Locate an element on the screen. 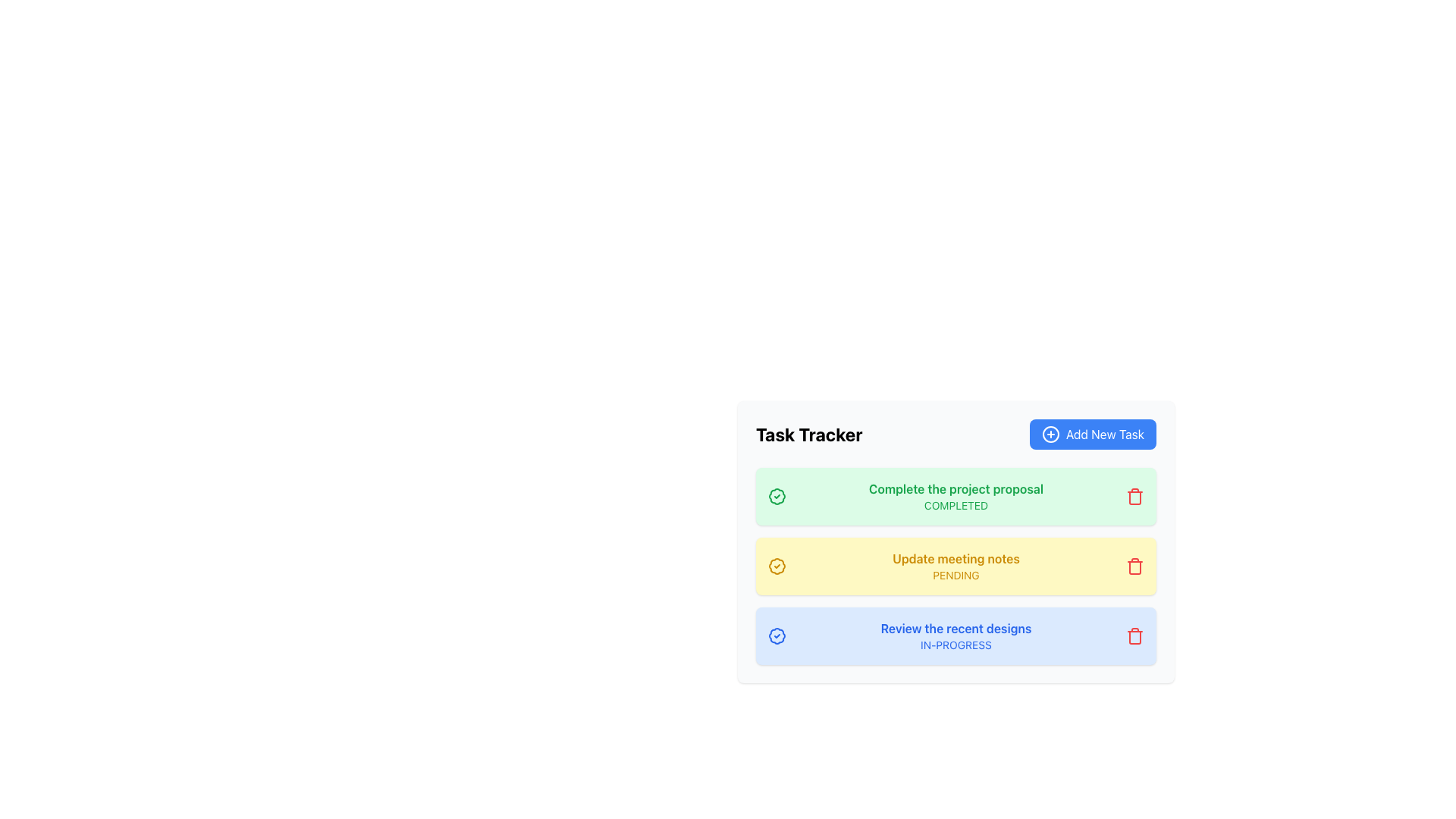 This screenshot has height=819, width=1456. the delete icon located at the top right corner of the 'Complete the project proposal' task card is located at coordinates (1135, 497).